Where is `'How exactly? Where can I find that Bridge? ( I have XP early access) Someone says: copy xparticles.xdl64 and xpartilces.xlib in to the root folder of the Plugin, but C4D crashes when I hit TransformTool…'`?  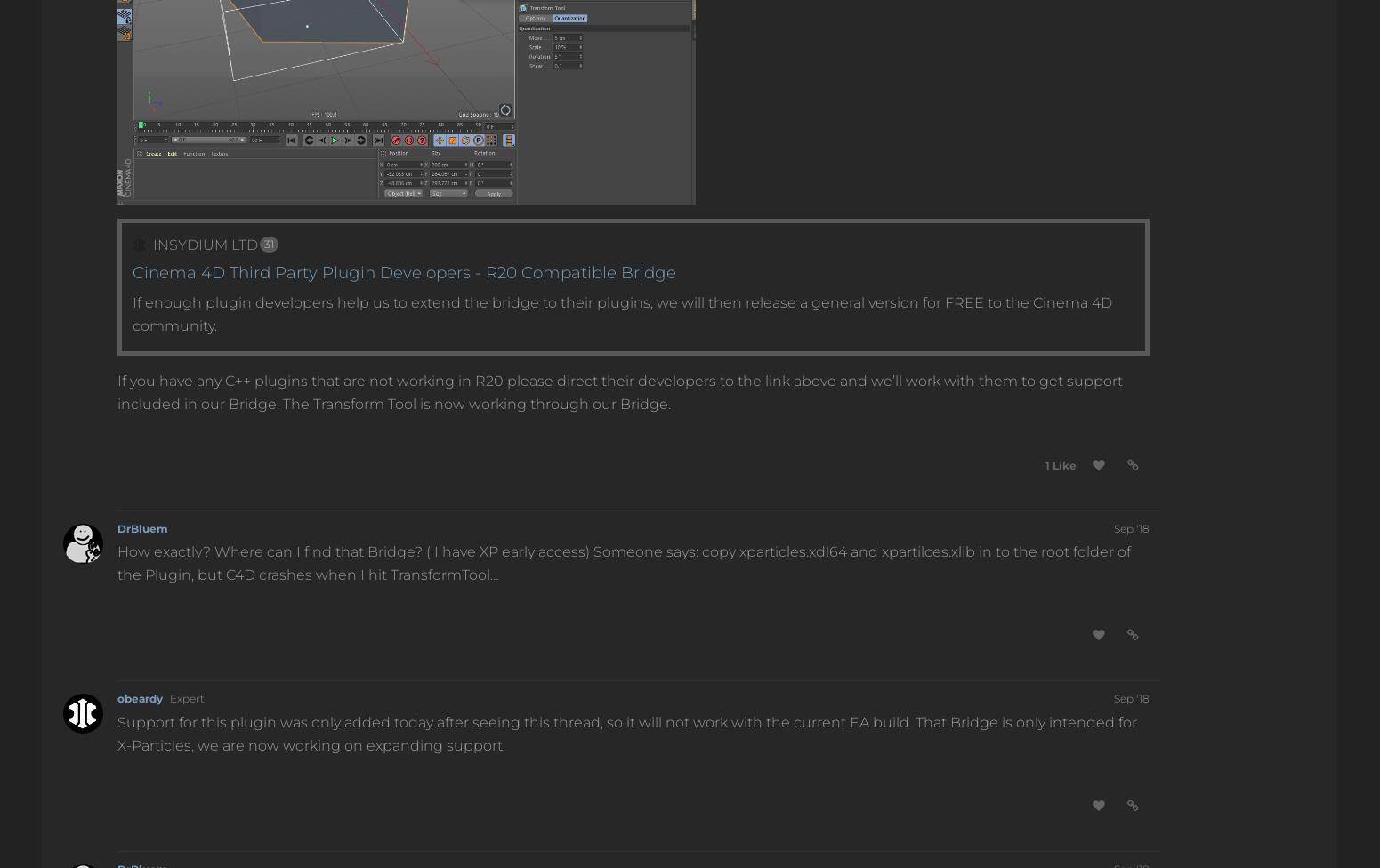 'How exactly? Where can I find that Bridge? ( I have XP early access) Someone says: copy xparticles.xdl64 and xpartilces.xlib in to the root folder of the Plugin, but C4D crashes when I hit TransformTool…' is located at coordinates (624, 562).